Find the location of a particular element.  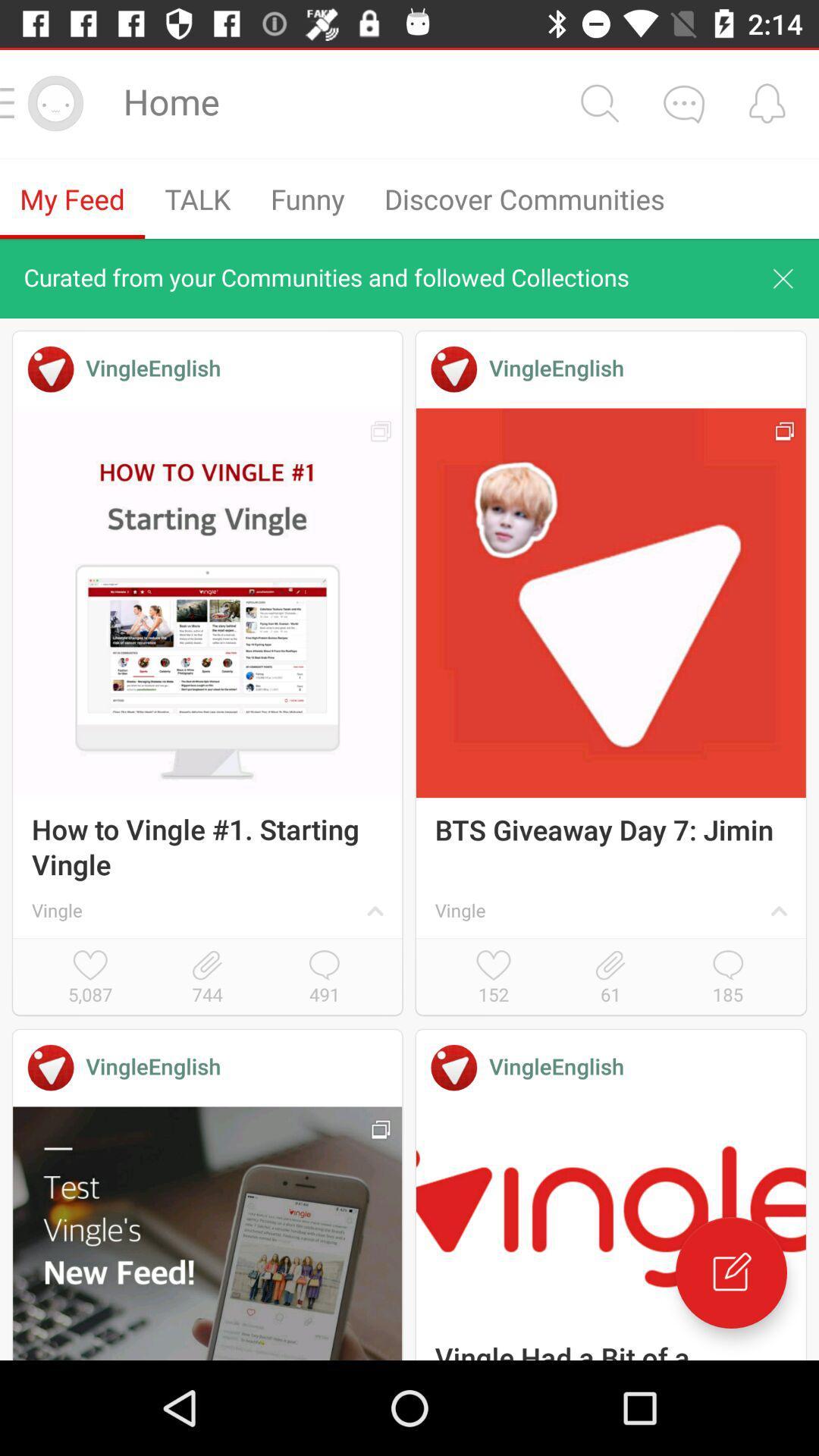

icon next to the 61 item is located at coordinates (727, 978).